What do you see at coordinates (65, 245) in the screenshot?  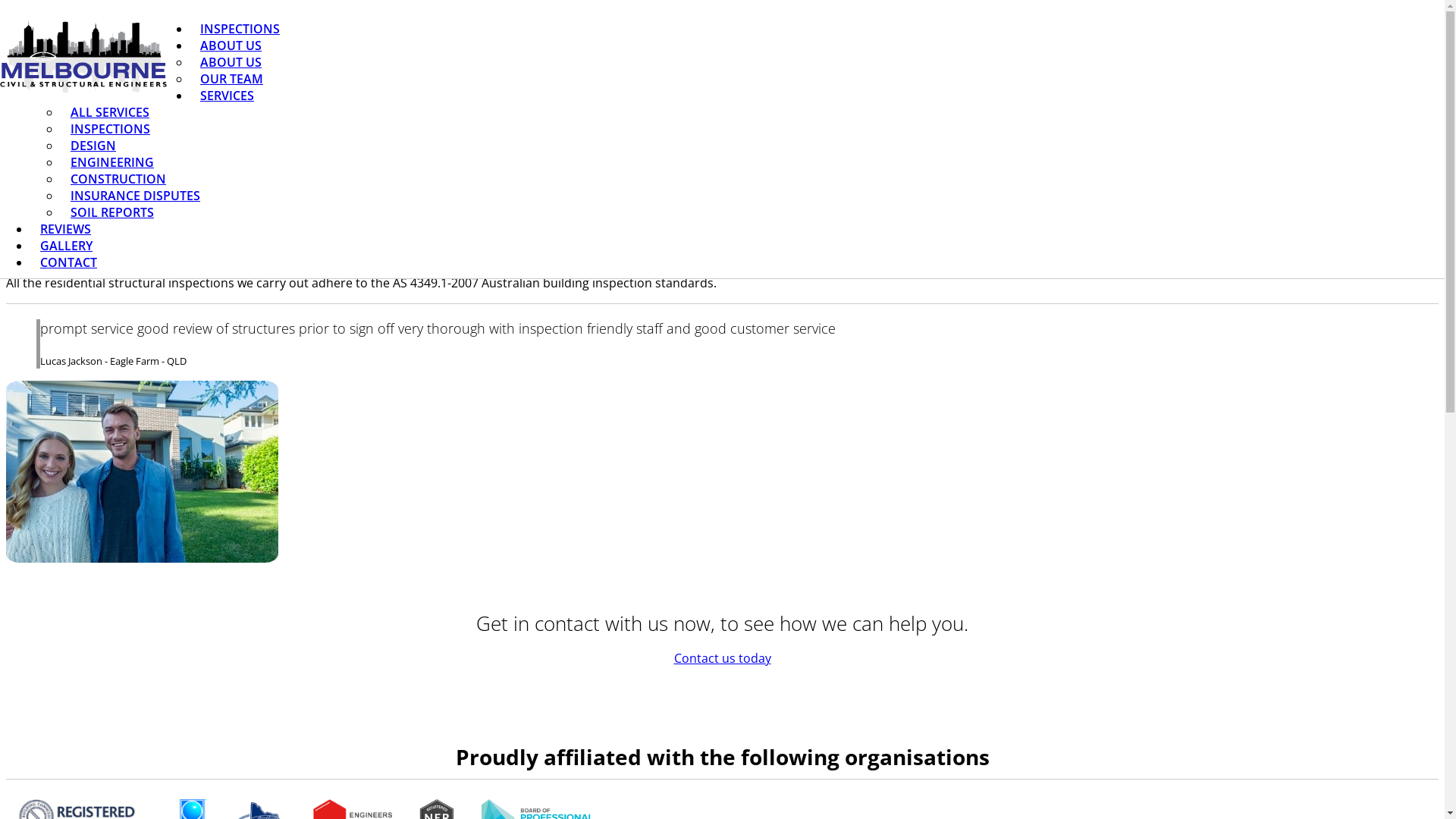 I see `'GALLERY'` at bounding box center [65, 245].